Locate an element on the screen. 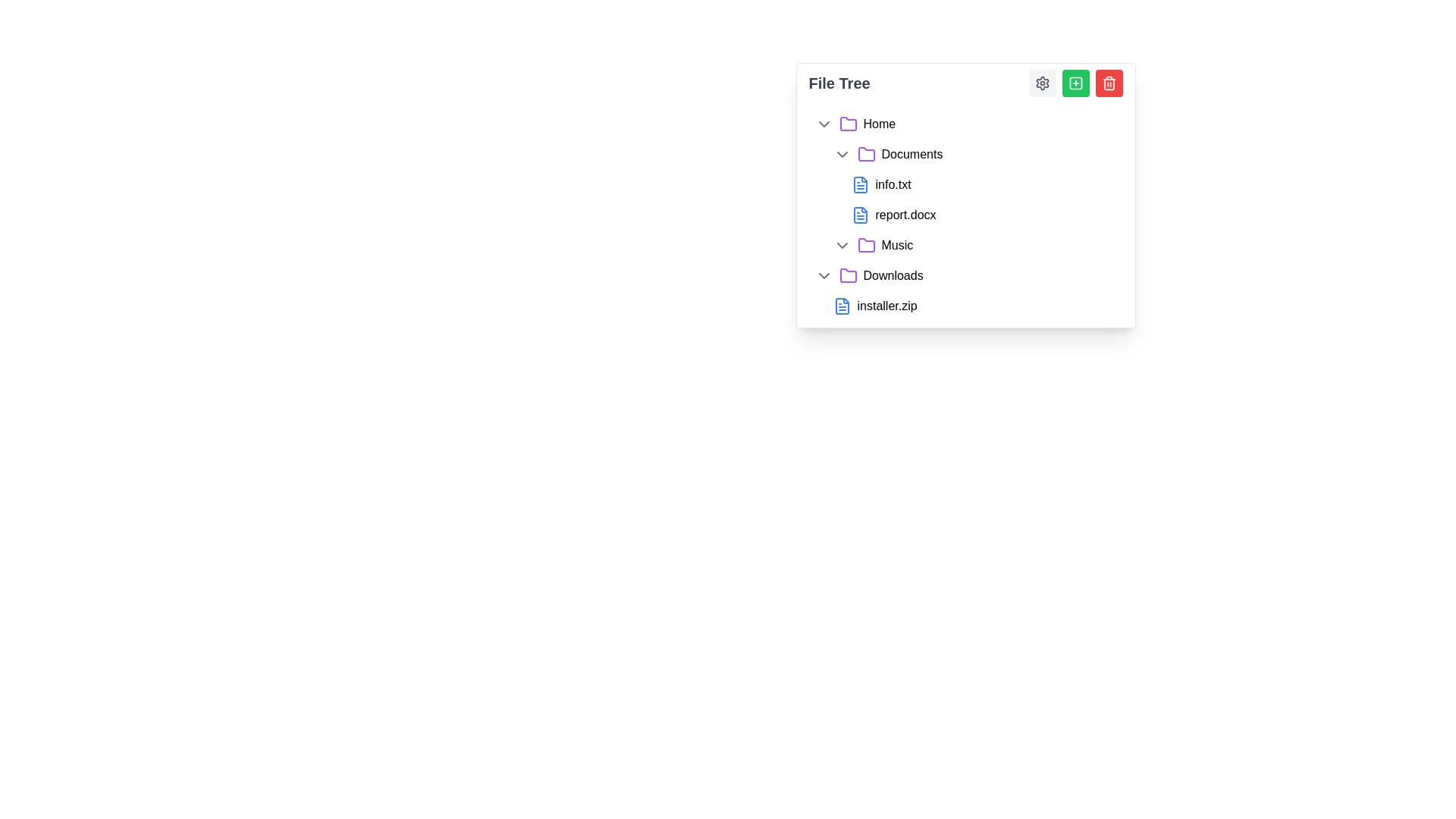  the dropdown arrow next to the 'Home' folder in the file tree is located at coordinates (965, 124).